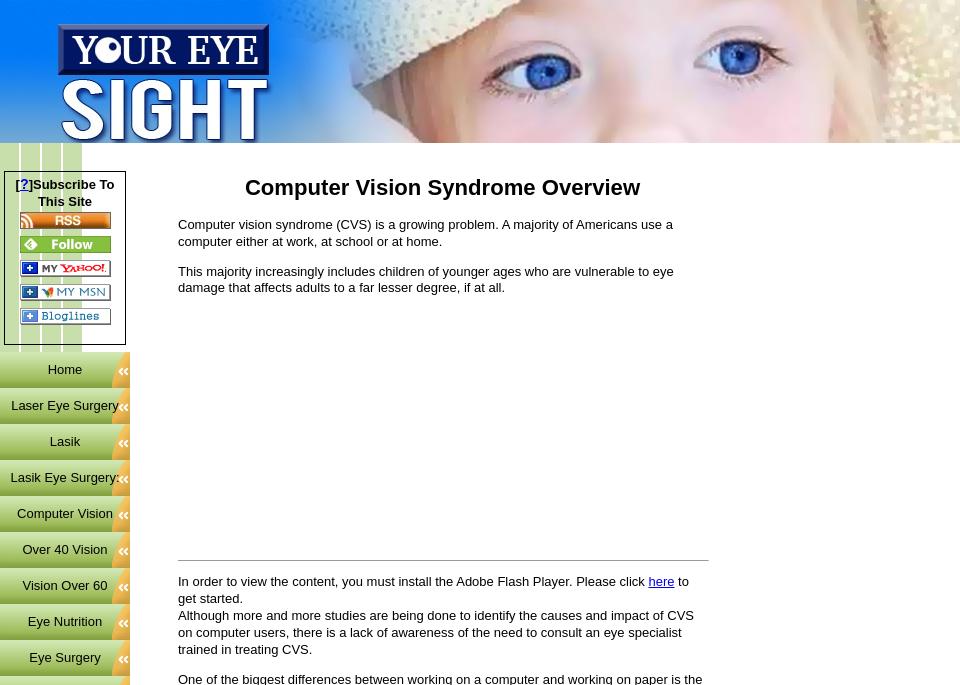 Image resolution: width=960 pixels, height=685 pixels. I want to click on '[', so click(13, 182).